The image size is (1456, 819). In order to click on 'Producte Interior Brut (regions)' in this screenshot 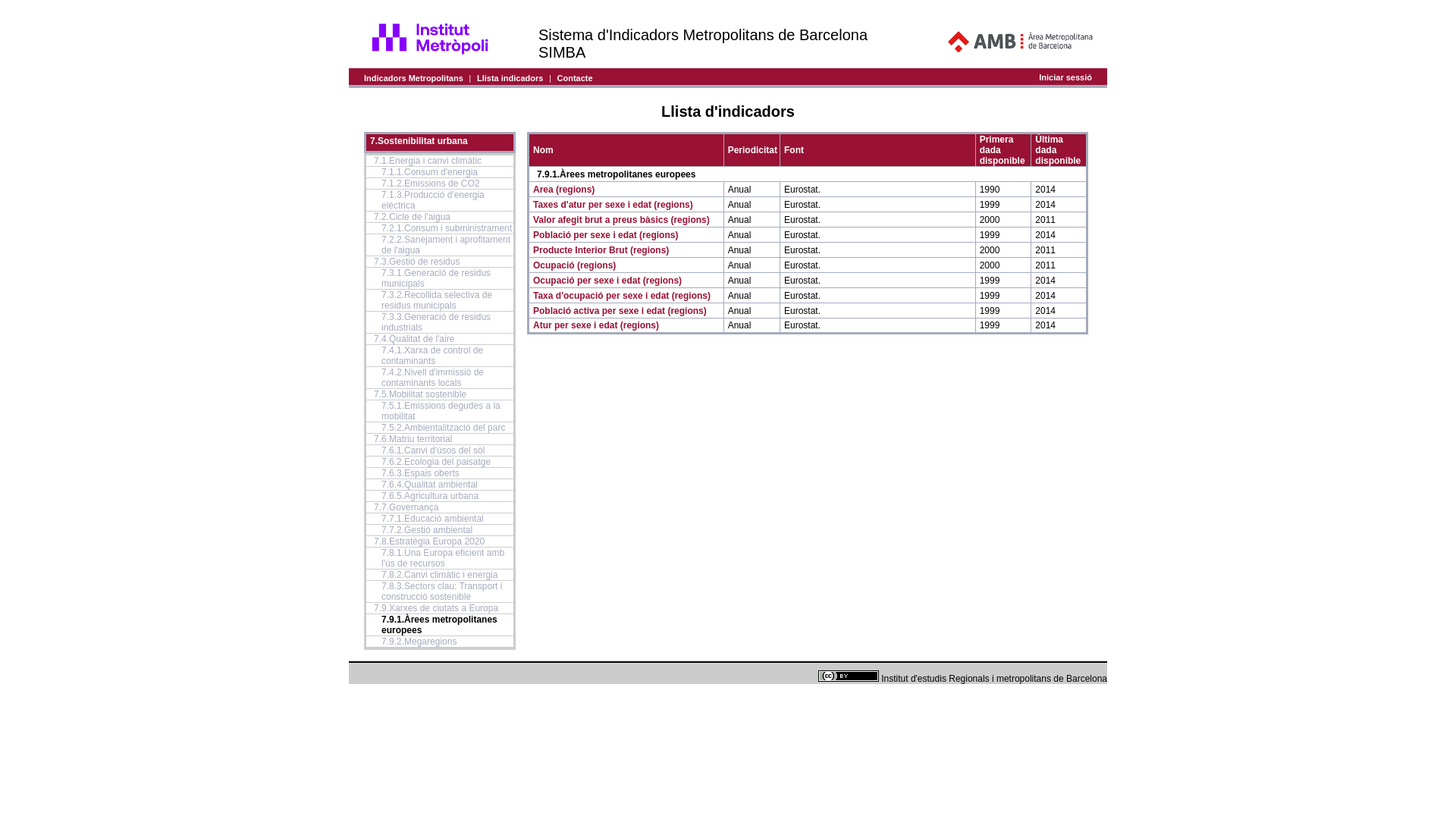, I will do `click(600, 248)`.